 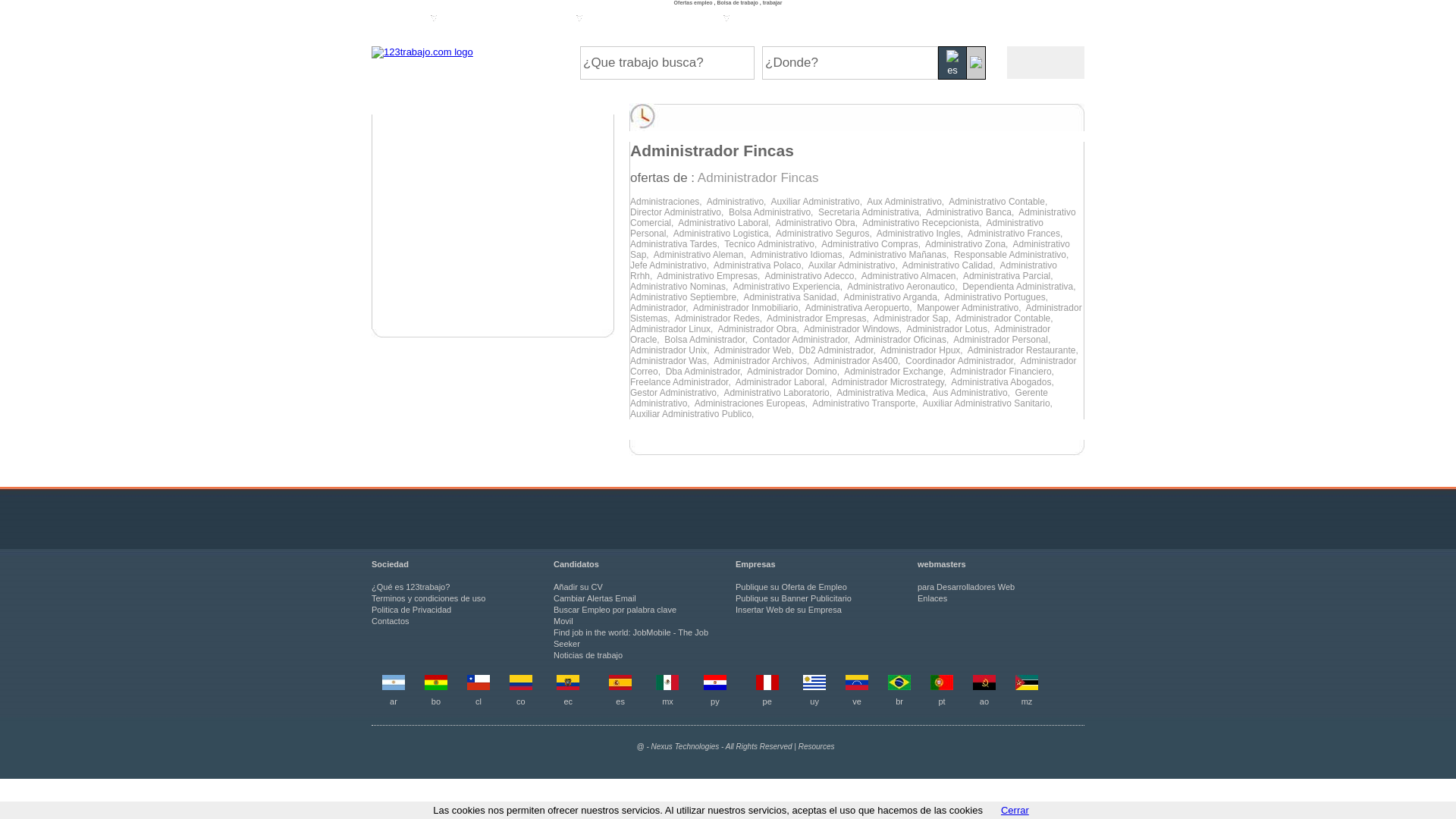 I want to click on 'Dba Administrador, ', so click(x=666, y=371).